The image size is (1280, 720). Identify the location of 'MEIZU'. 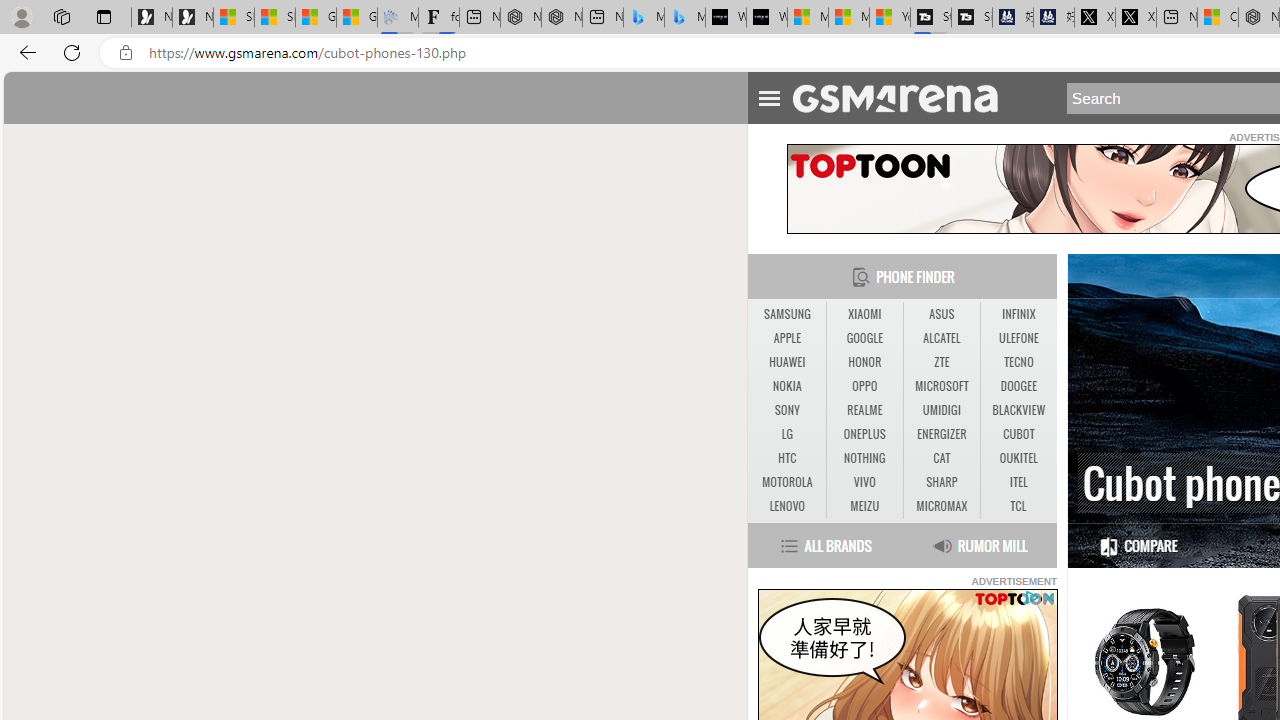
(864, 505).